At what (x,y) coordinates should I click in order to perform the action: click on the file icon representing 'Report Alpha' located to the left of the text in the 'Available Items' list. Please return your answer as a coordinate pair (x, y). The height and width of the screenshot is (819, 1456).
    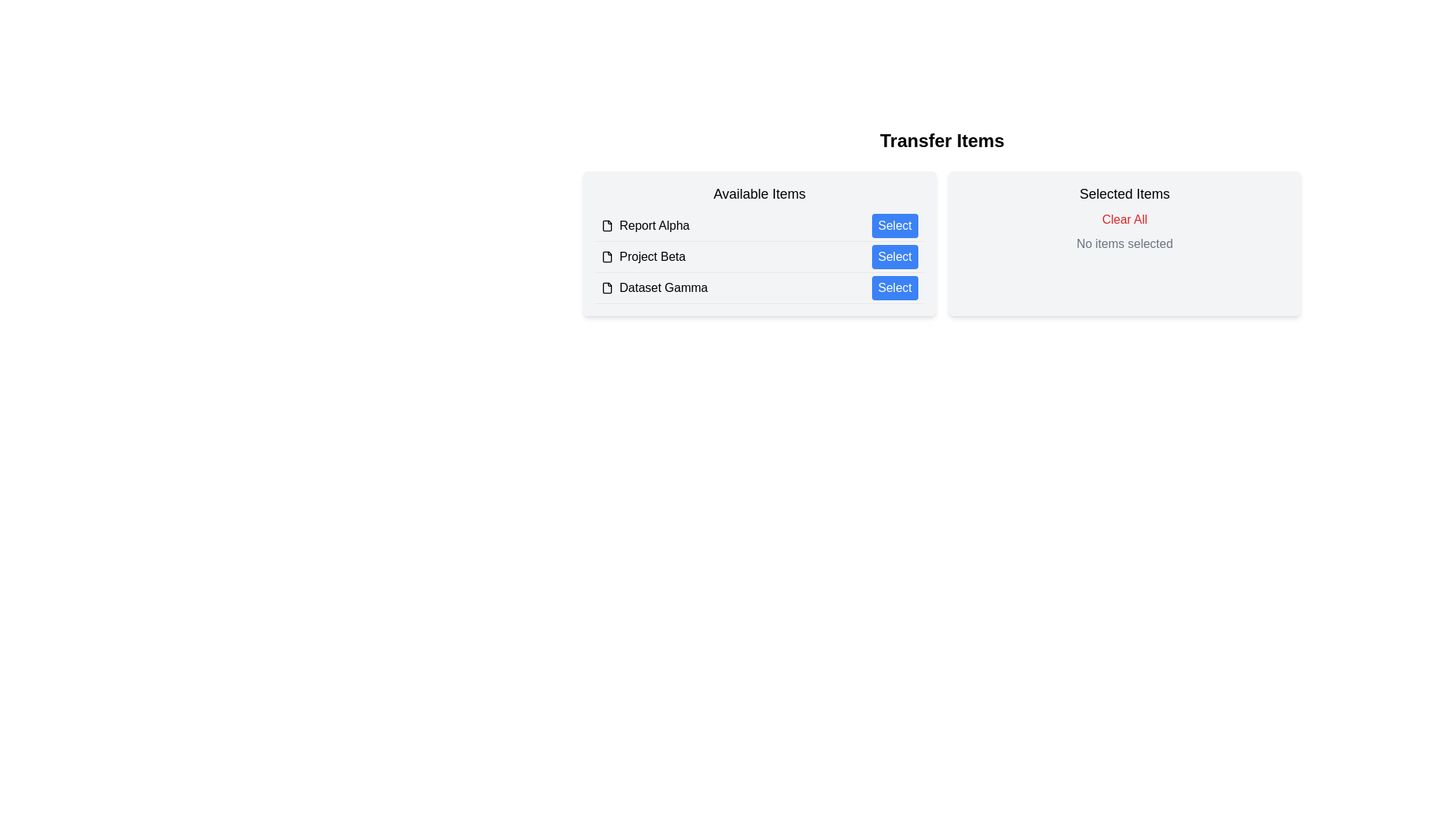
    Looking at the image, I should click on (607, 225).